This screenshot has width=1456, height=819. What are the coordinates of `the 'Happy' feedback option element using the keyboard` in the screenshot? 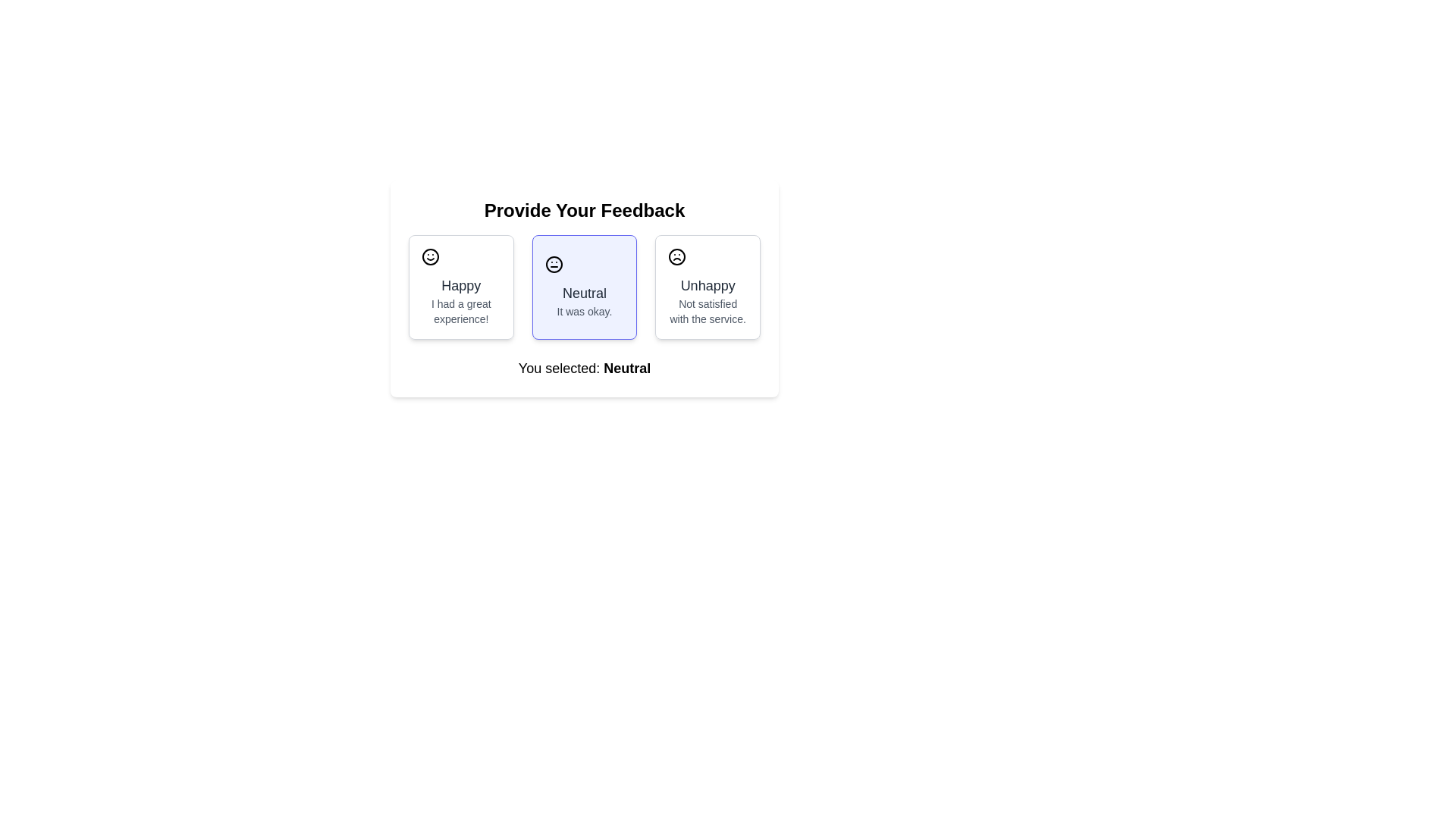 It's located at (460, 287).